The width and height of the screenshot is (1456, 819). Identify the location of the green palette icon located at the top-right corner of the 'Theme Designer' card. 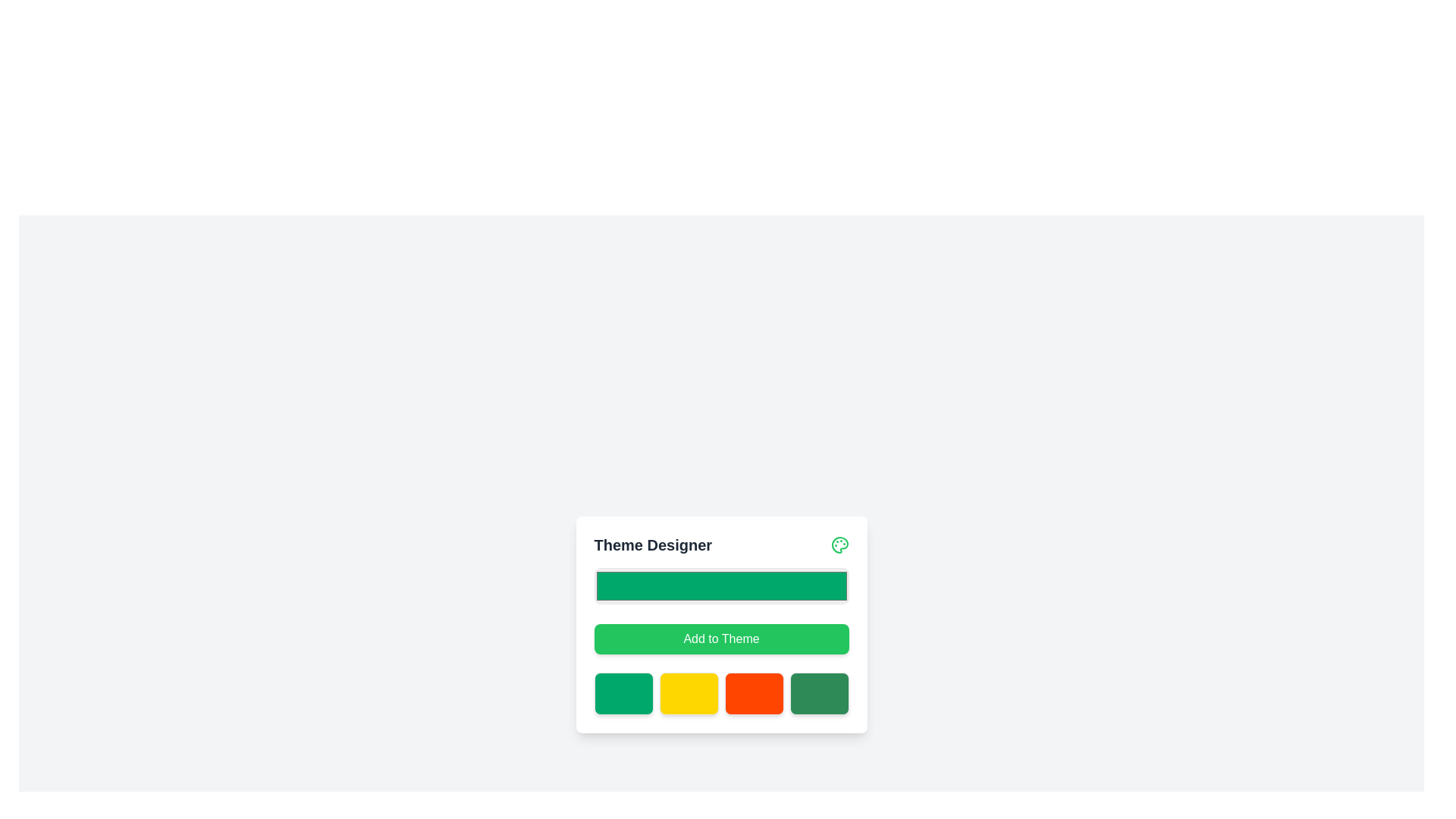
(839, 544).